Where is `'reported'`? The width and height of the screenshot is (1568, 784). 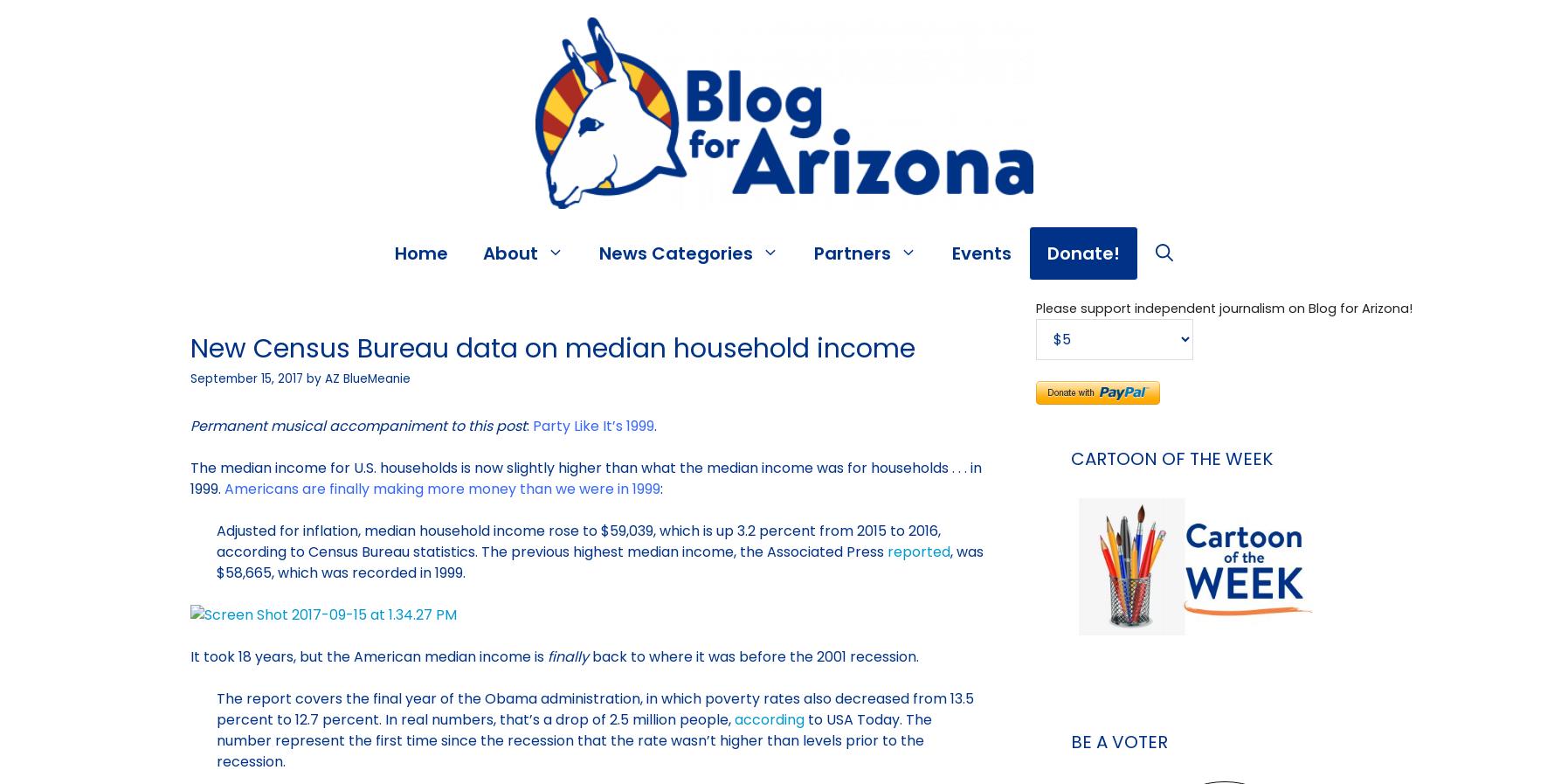 'reported' is located at coordinates (887, 552).